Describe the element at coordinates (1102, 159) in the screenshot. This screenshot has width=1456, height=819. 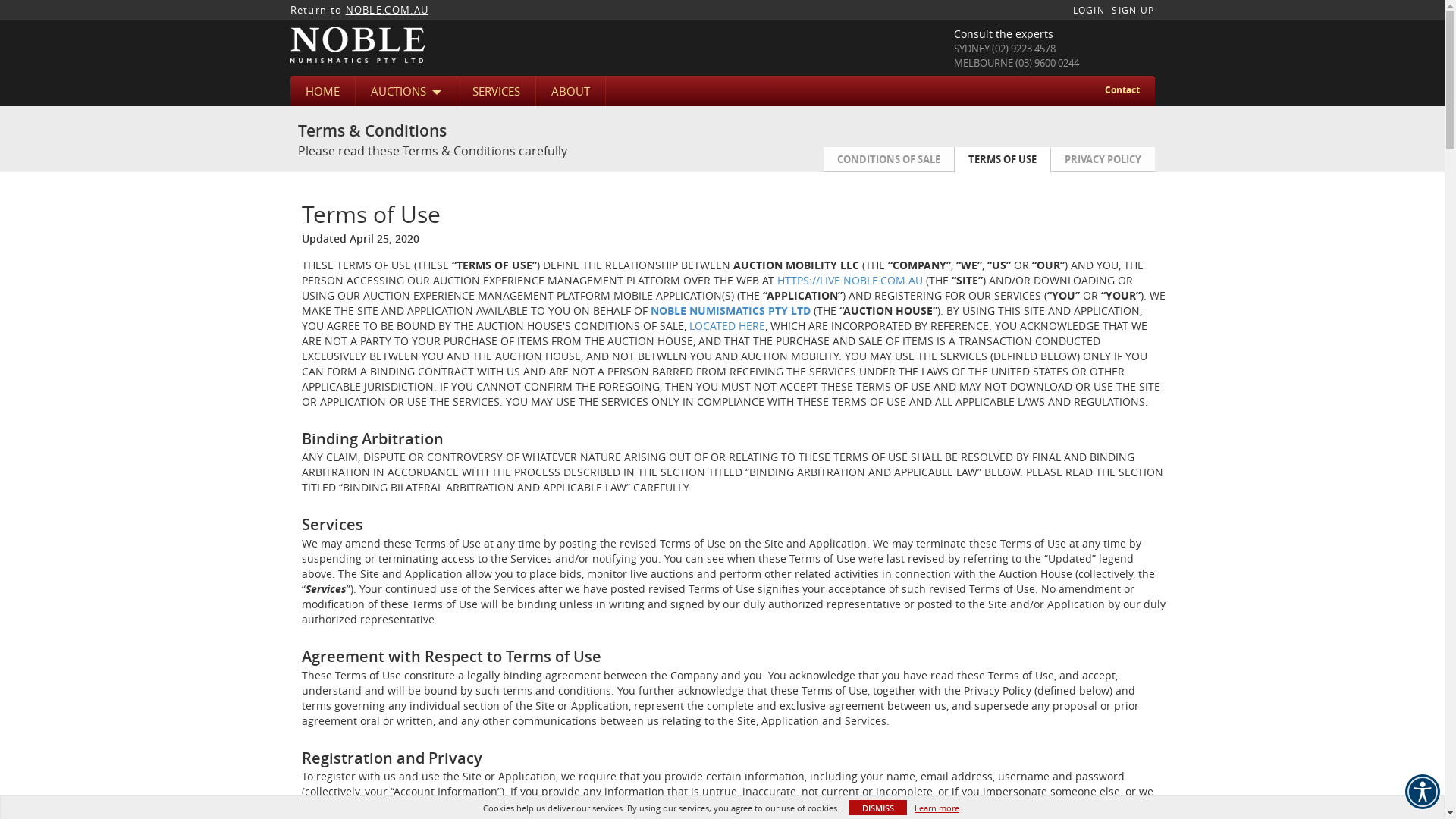
I see `'PRIVACY POLICY'` at that location.